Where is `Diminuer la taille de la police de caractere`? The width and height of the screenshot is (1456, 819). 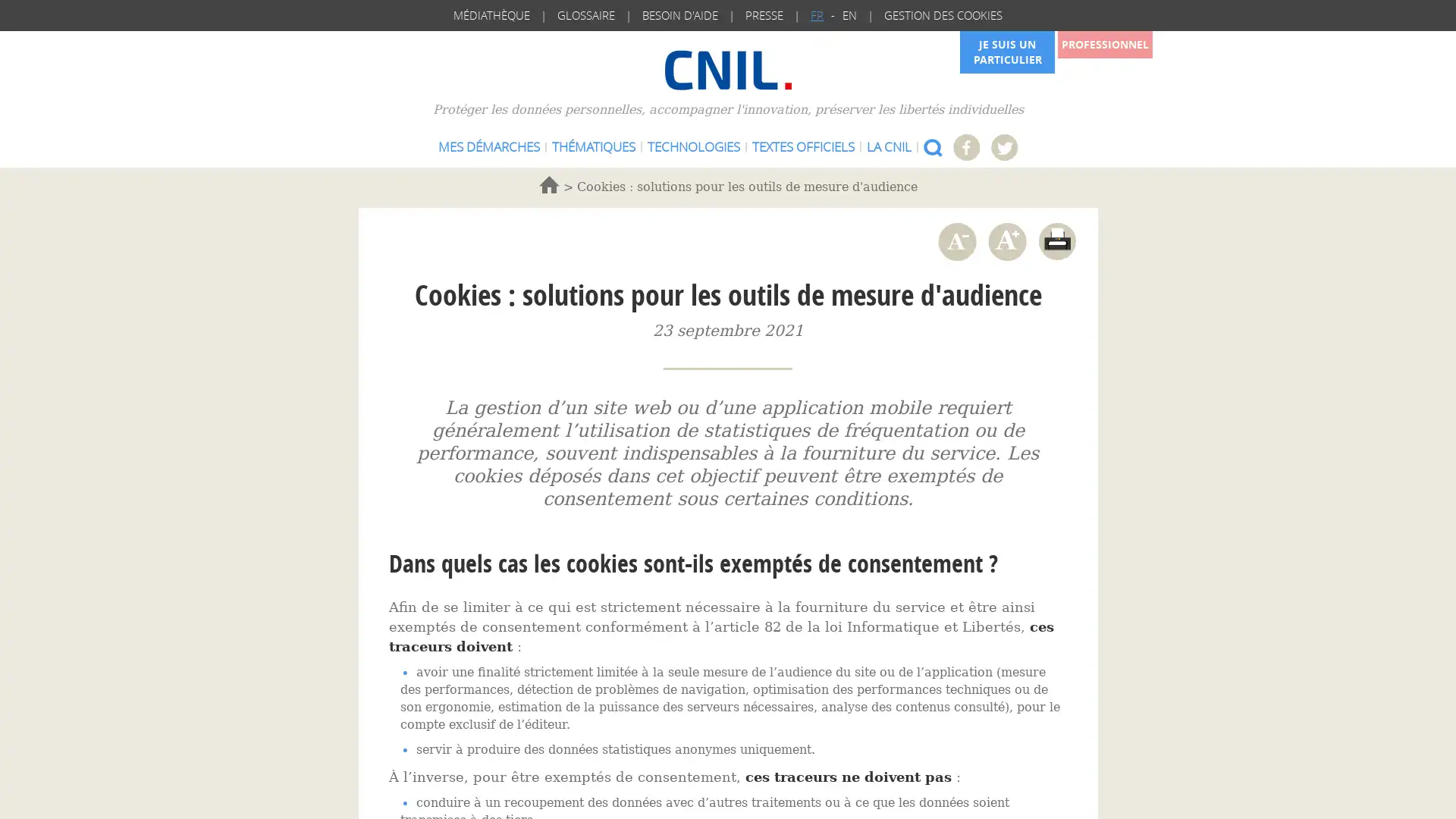 Diminuer la taille de la police de caractere is located at coordinates (955, 240).